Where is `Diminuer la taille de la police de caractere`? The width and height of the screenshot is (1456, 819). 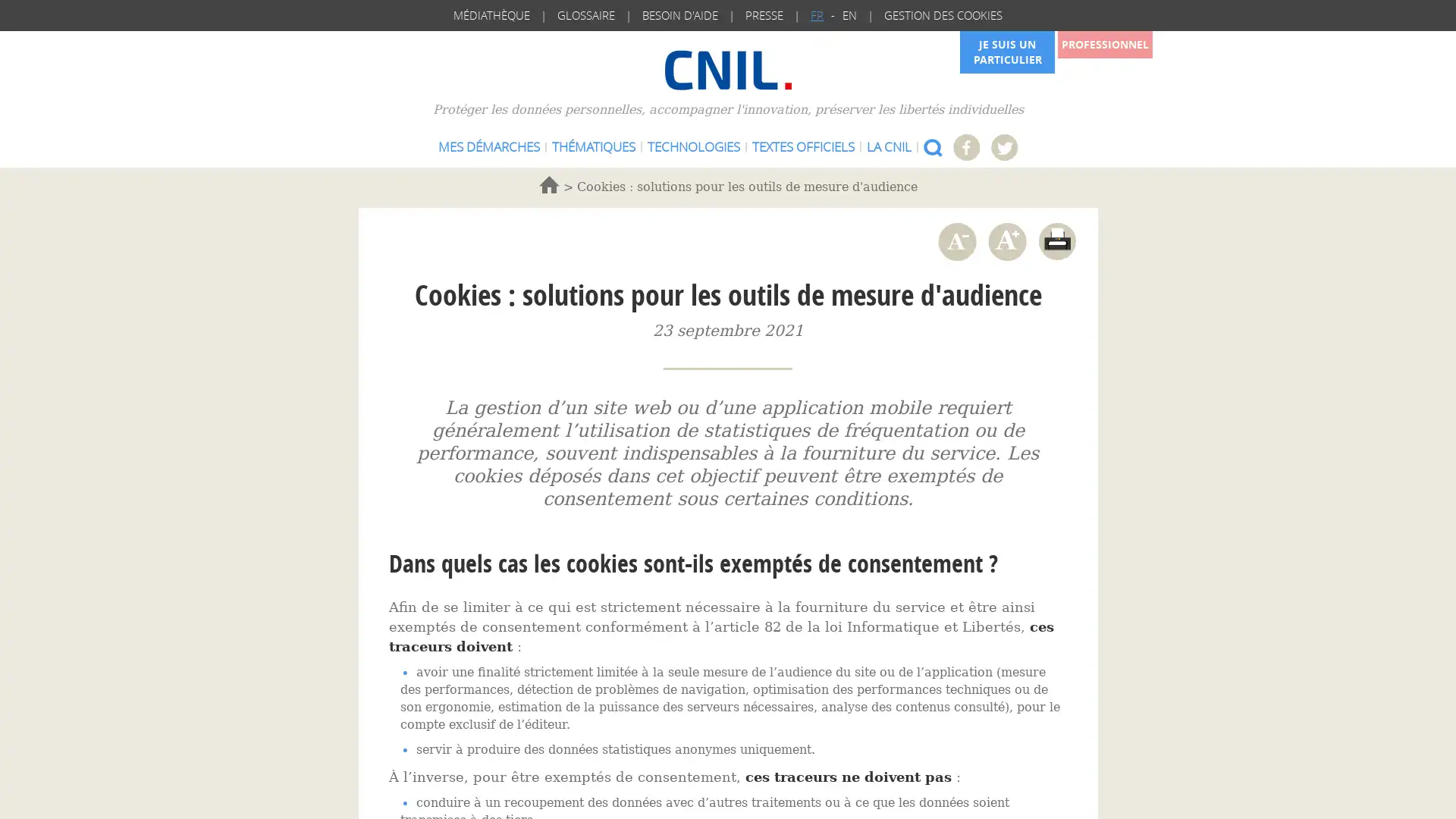 Diminuer la taille de la police de caractere is located at coordinates (955, 240).